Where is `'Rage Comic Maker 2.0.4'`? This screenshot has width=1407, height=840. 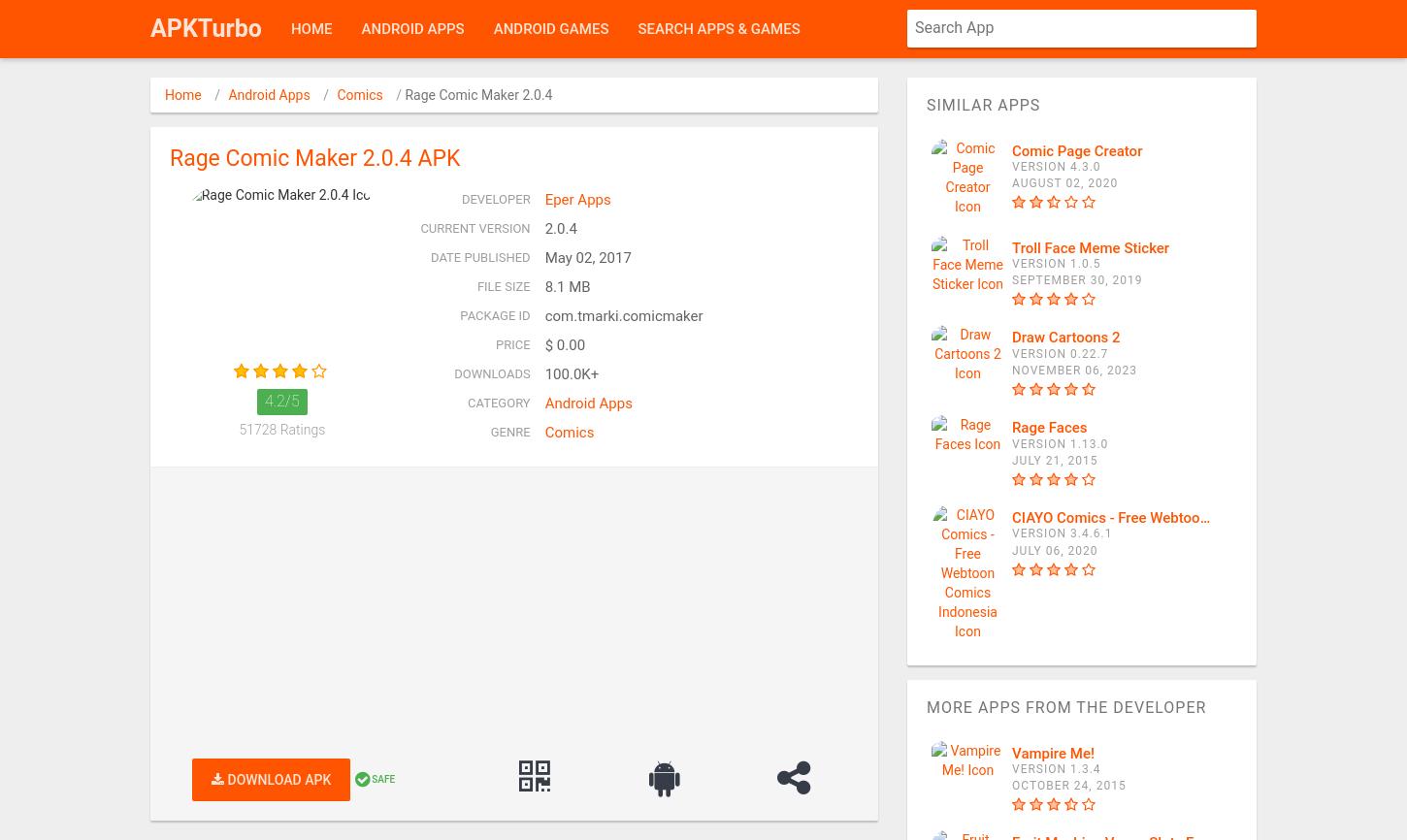 'Rage Comic Maker 2.0.4' is located at coordinates (478, 95).